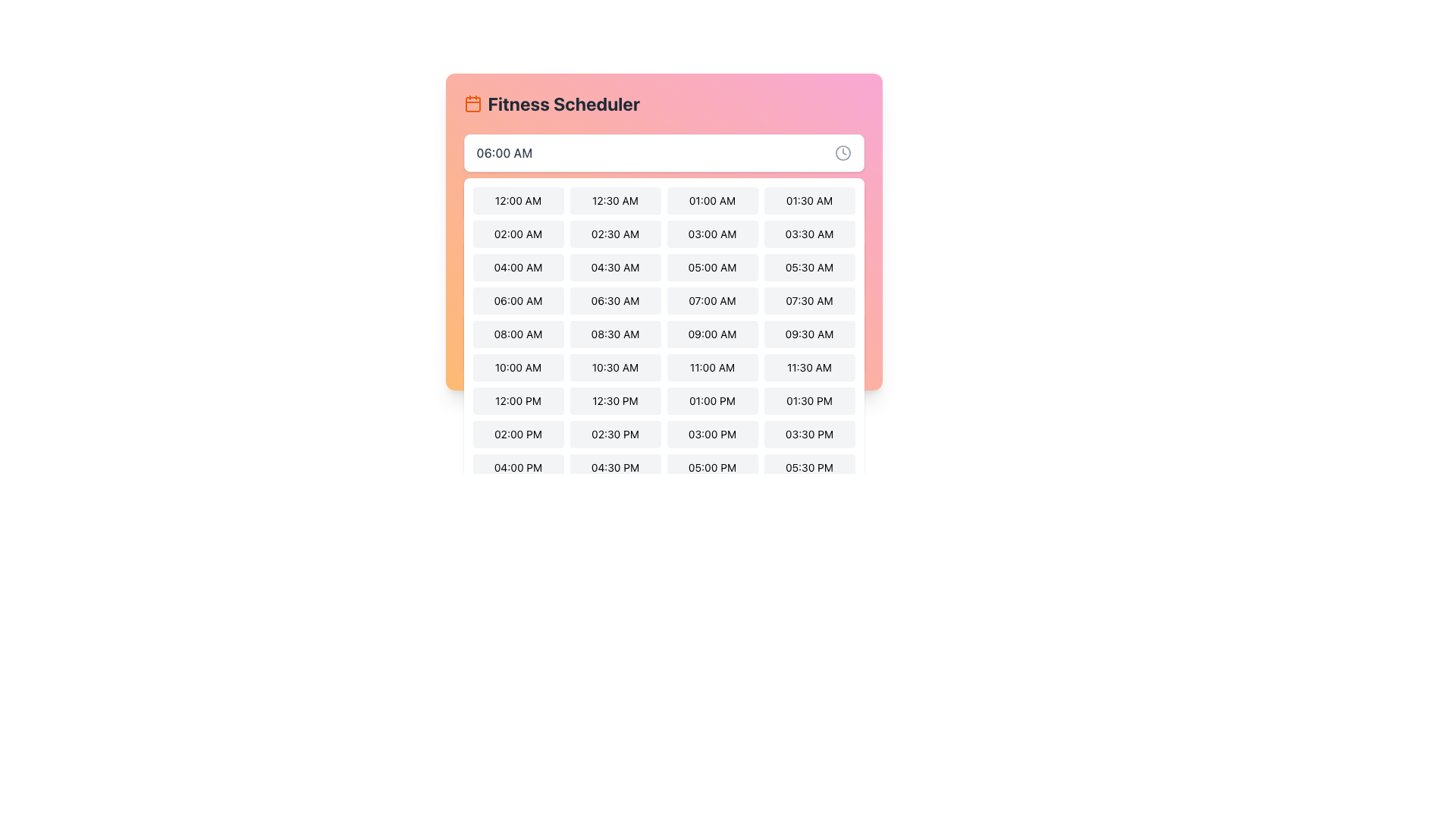  Describe the element at coordinates (808, 368) in the screenshot. I see `the time selection button for '11:30 AM' located in the fourth column of the 'Fitness Scheduler' section grid` at that location.